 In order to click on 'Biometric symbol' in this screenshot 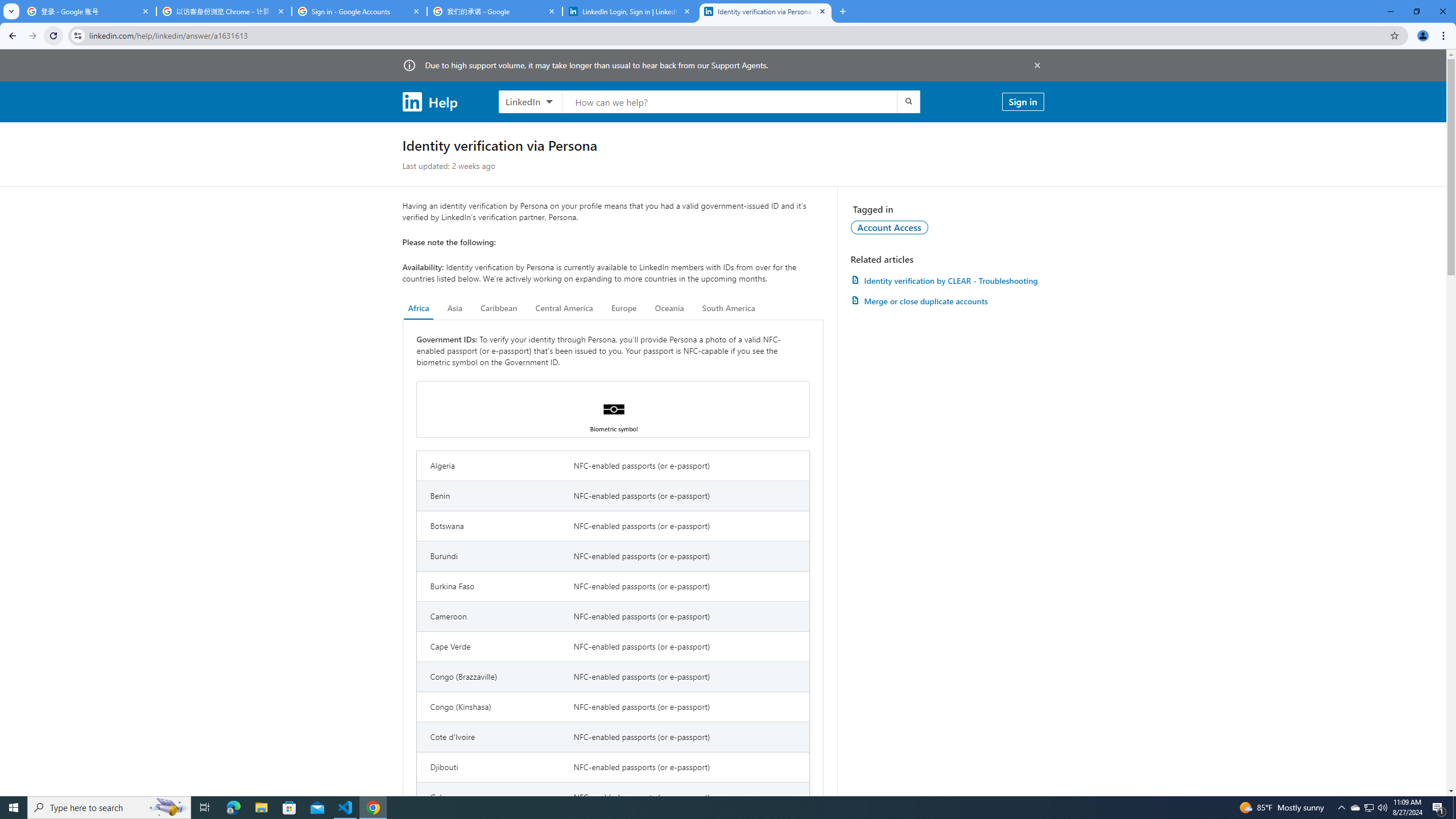, I will do `click(612, 409)`.